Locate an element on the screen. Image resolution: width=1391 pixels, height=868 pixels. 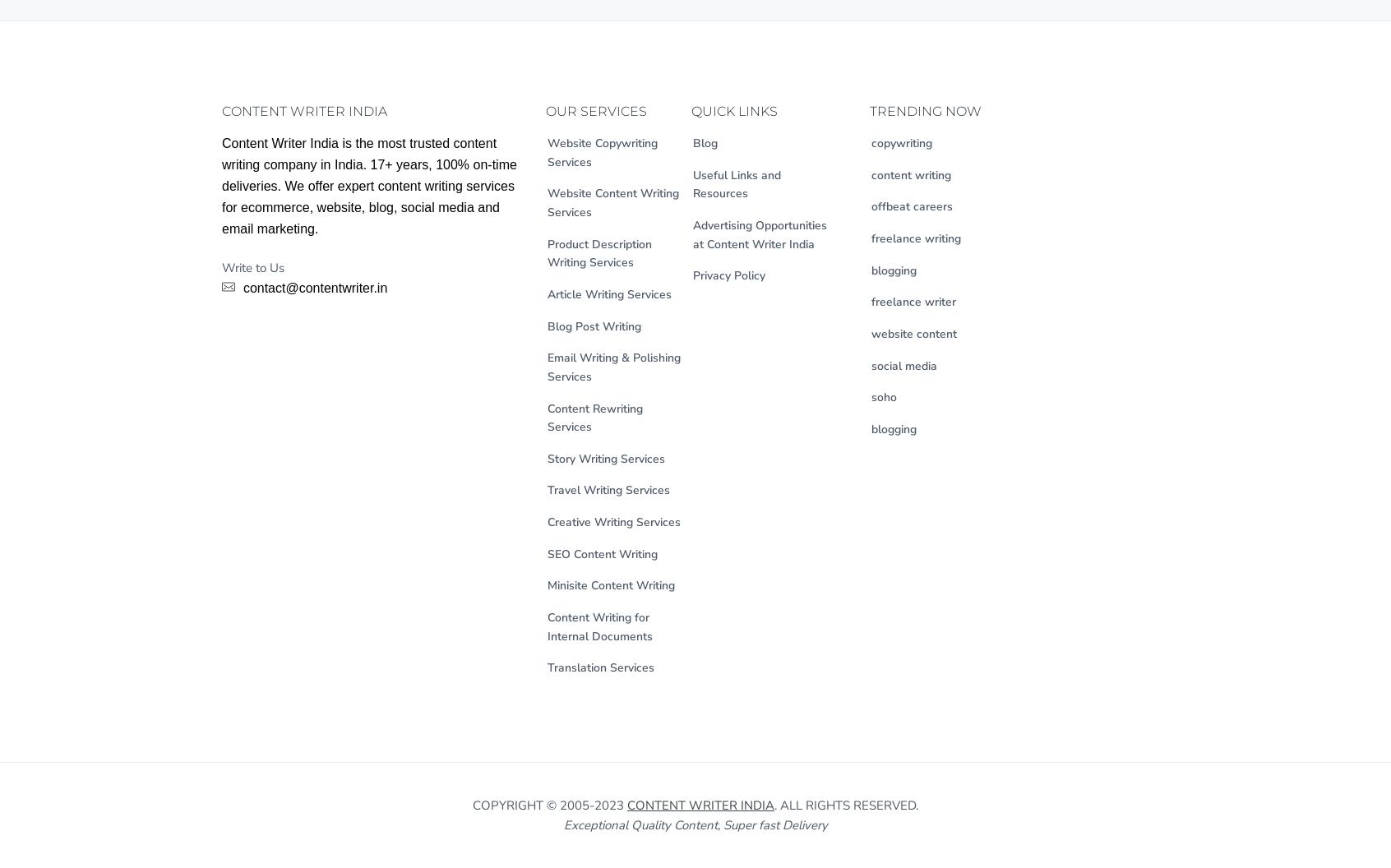
'Content Writing for Internal Documents' is located at coordinates (598, 626).